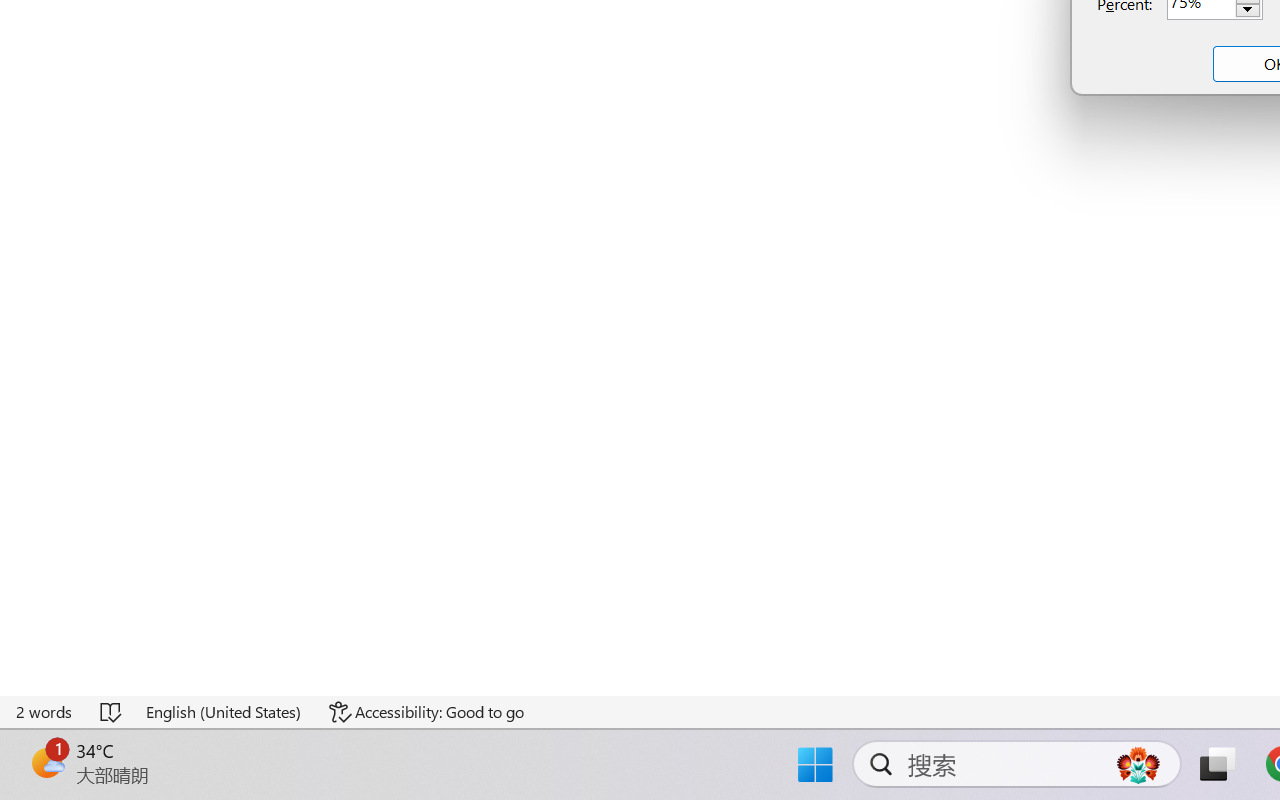  Describe the element at coordinates (45, 711) in the screenshot. I see `'Word Count 2 words'` at that location.